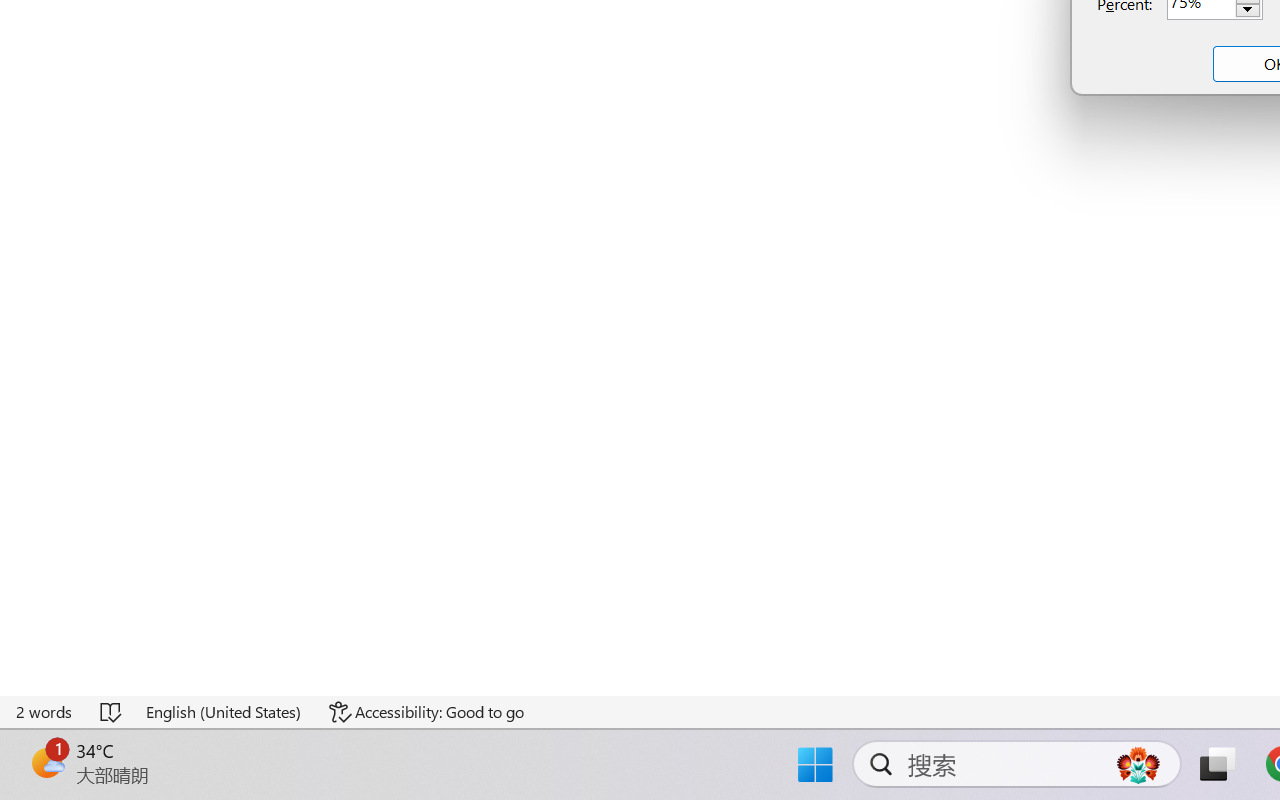  Describe the element at coordinates (45, 711) in the screenshot. I see `'Word Count 2 words'` at that location.